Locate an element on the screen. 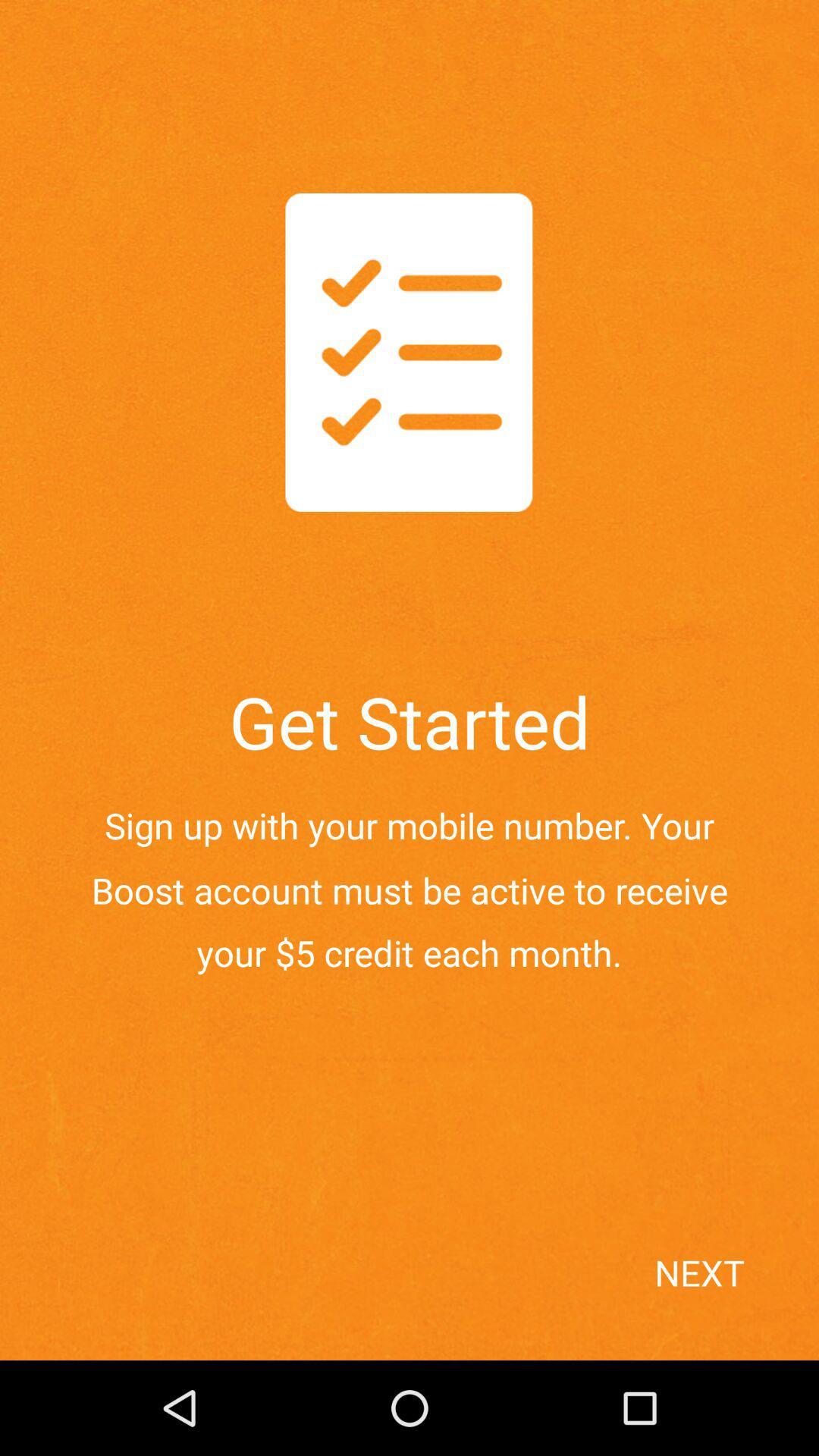 The height and width of the screenshot is (1456, 819). the icon below the sign up with app is located at coordinates (730, 1299).